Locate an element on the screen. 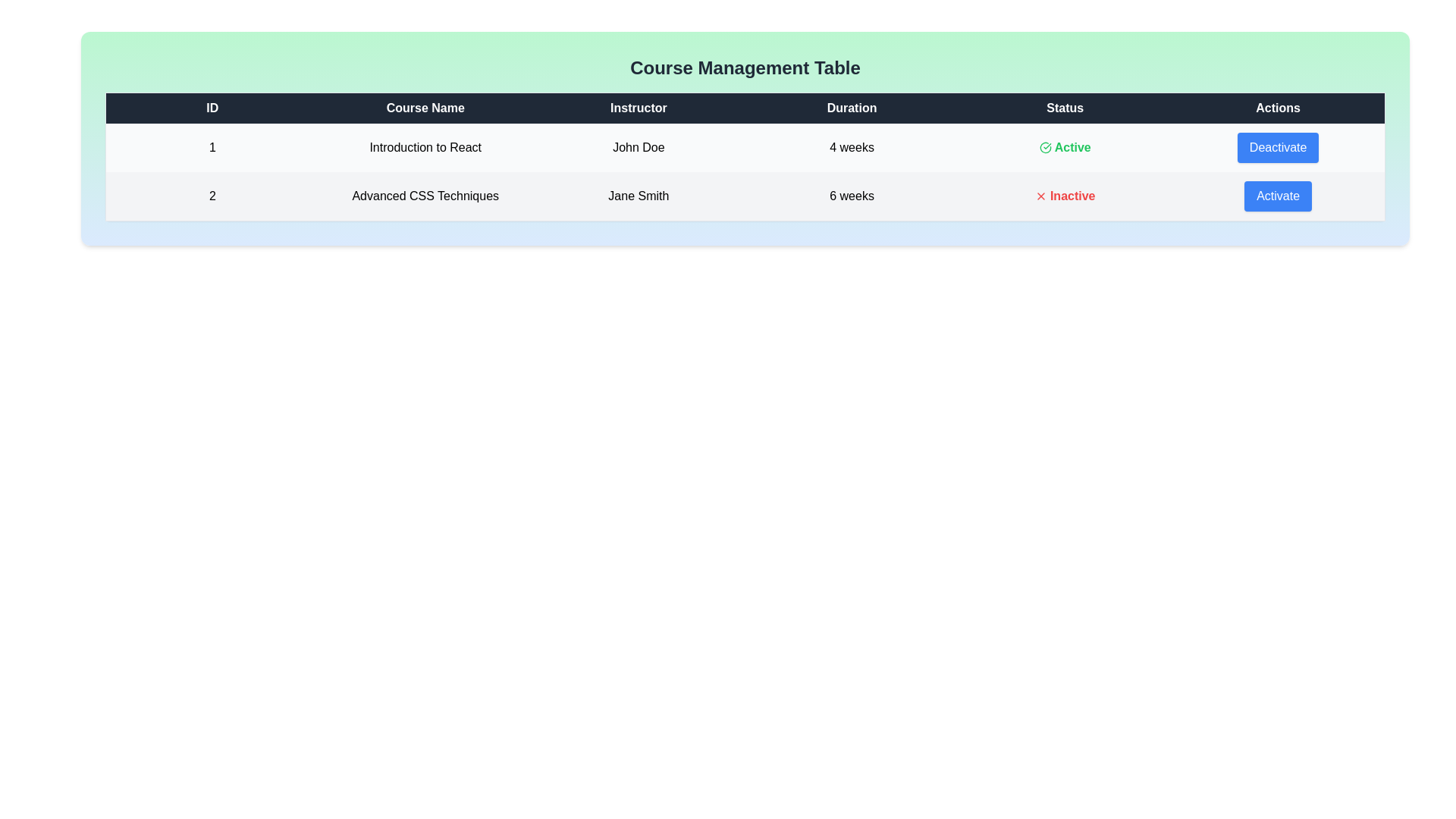 Image resolution: width=1456 pixels, height=819 pixels. the deactivate button located in the last column of the first row of the table, adjacent to the 'Active' status indicator of the 'Introduction to React' course is located at coordinates (1277, 148).